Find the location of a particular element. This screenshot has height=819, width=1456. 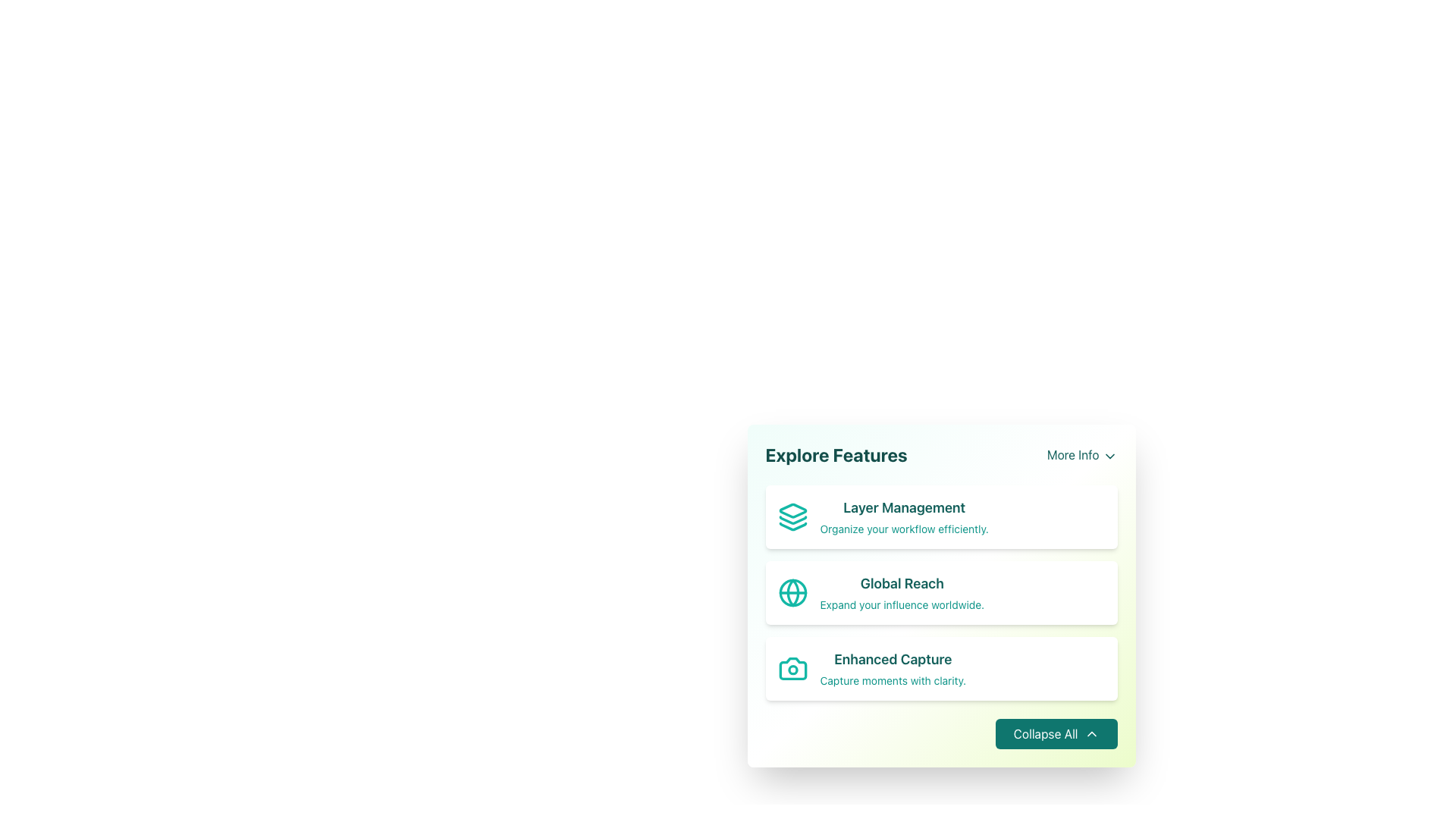

the camera icon representing the photography feature next to the 'Enhanced Capture' text in the 'Explore Features' card is located at coordinates (792, 668).